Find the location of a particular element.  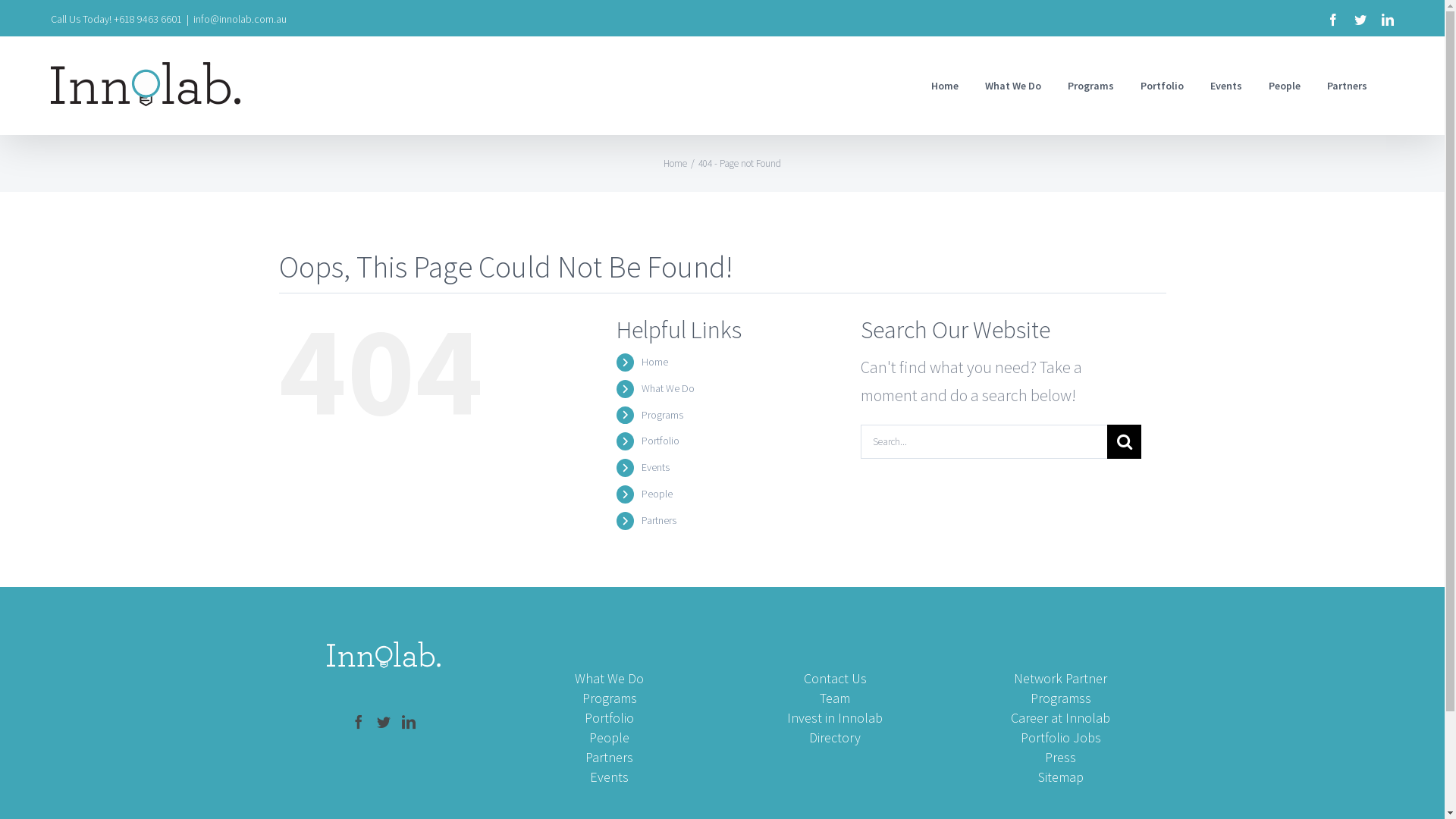

'info@innolab.com.au' is located at coordinates (192, 18).